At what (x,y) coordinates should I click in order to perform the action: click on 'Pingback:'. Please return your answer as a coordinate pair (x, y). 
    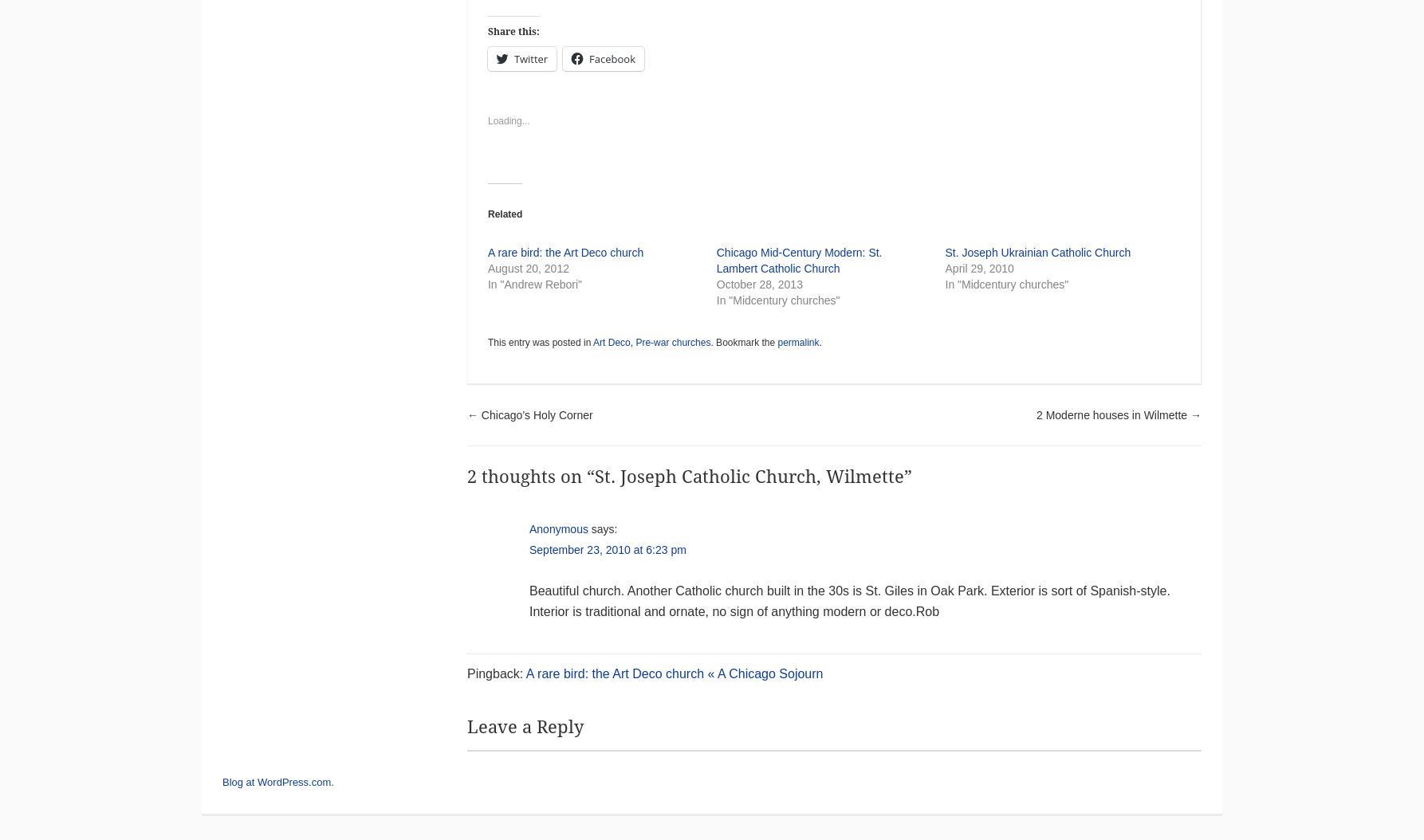
    Looking at the image, I should click on (496, 673).